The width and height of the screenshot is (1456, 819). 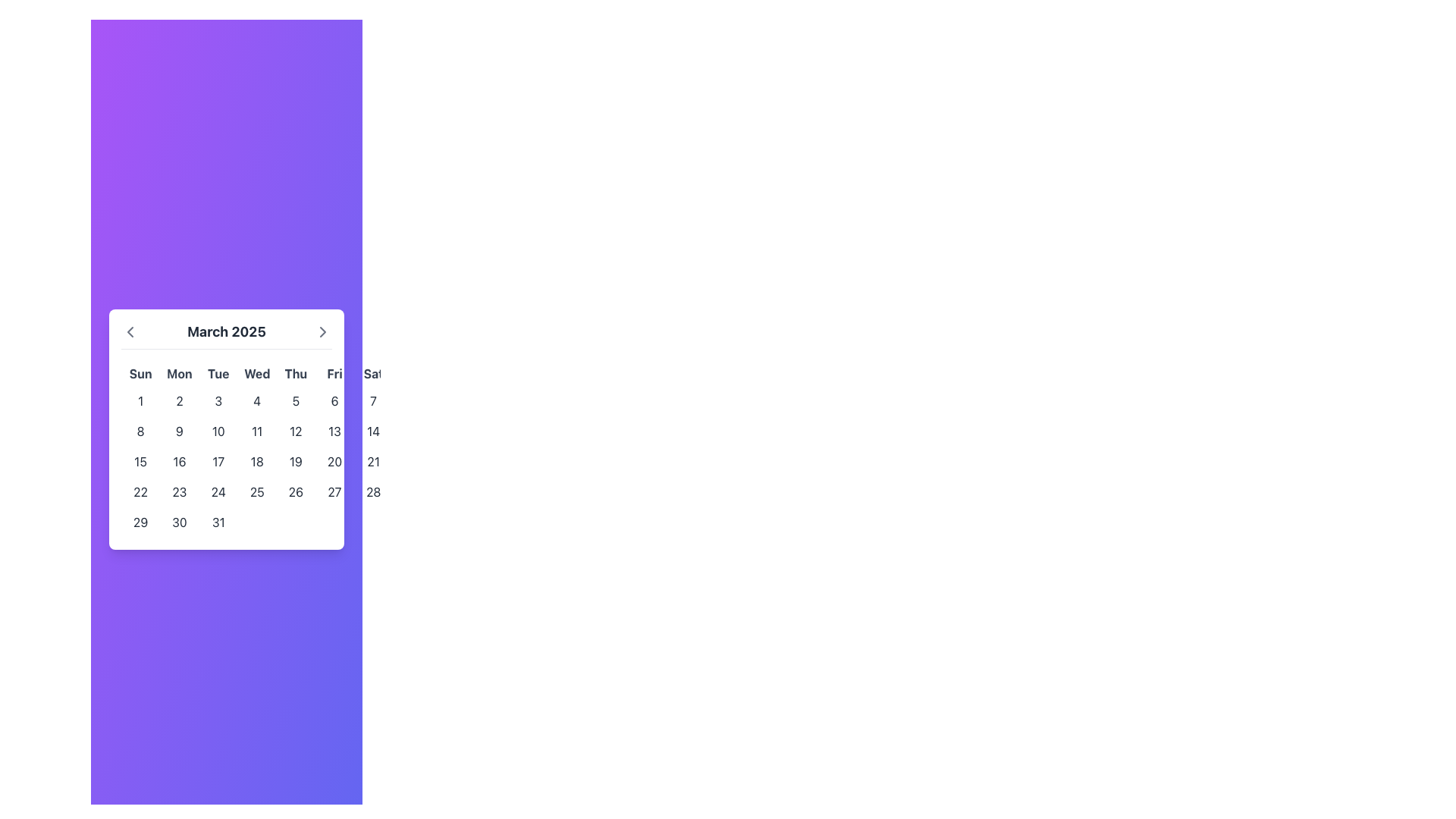 What do you see at coordinates (373, 400) in the screenshot?
I see `the calendar date cell displaying the numeral '7'` at bounding box center [373, 400].